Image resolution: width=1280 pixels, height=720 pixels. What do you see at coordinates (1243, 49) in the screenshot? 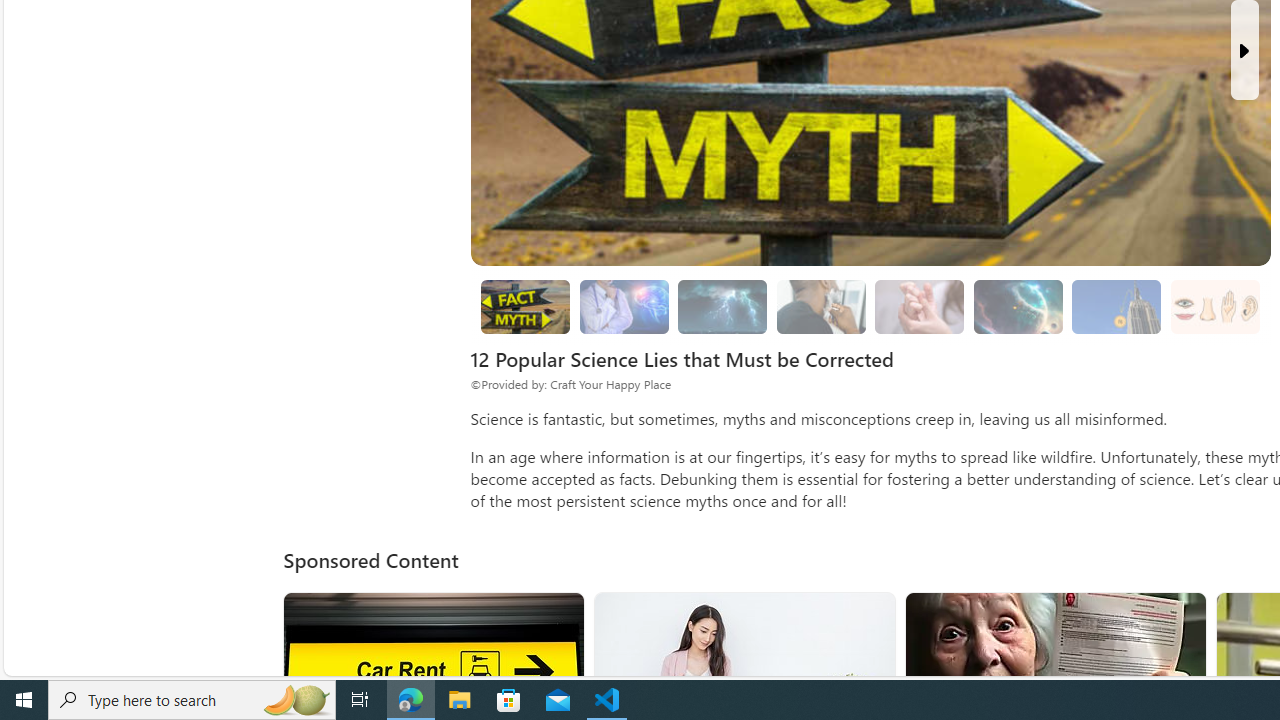
I see `'Next Slide'` at bounding box center [1243, 49].